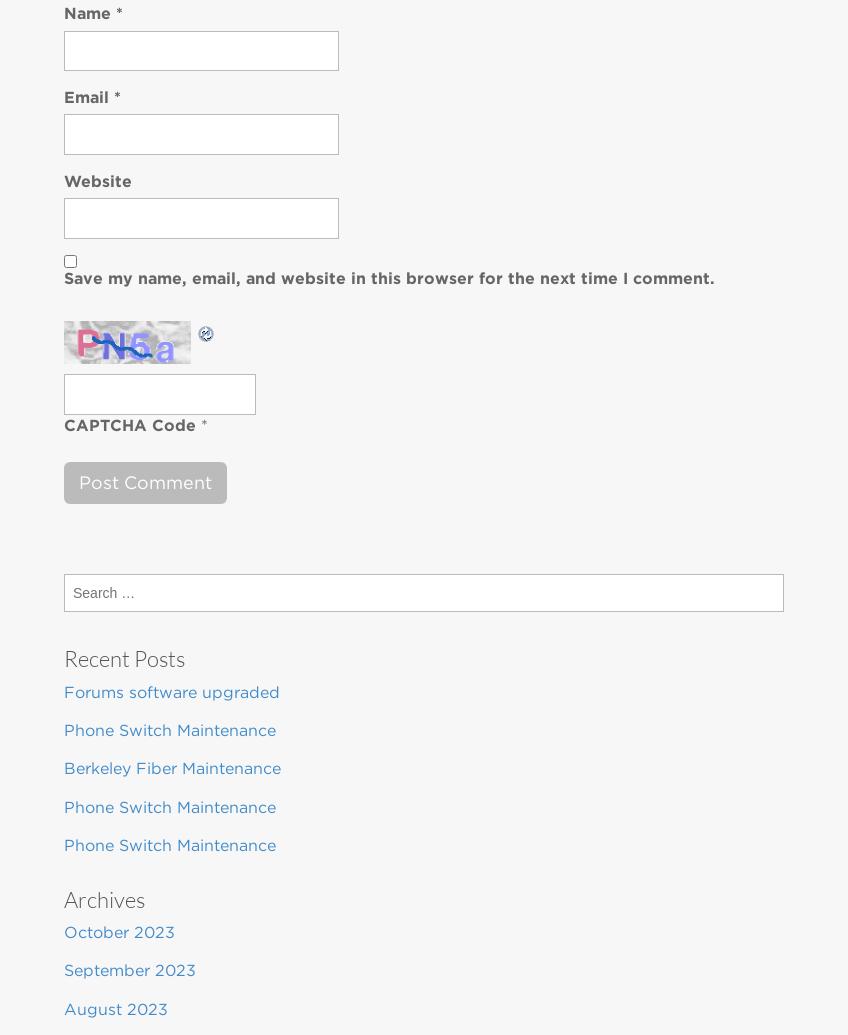 The height and width of the screenshot is (1035, 848). I want to click on 'Forums software upgraded', so click(64, 690).